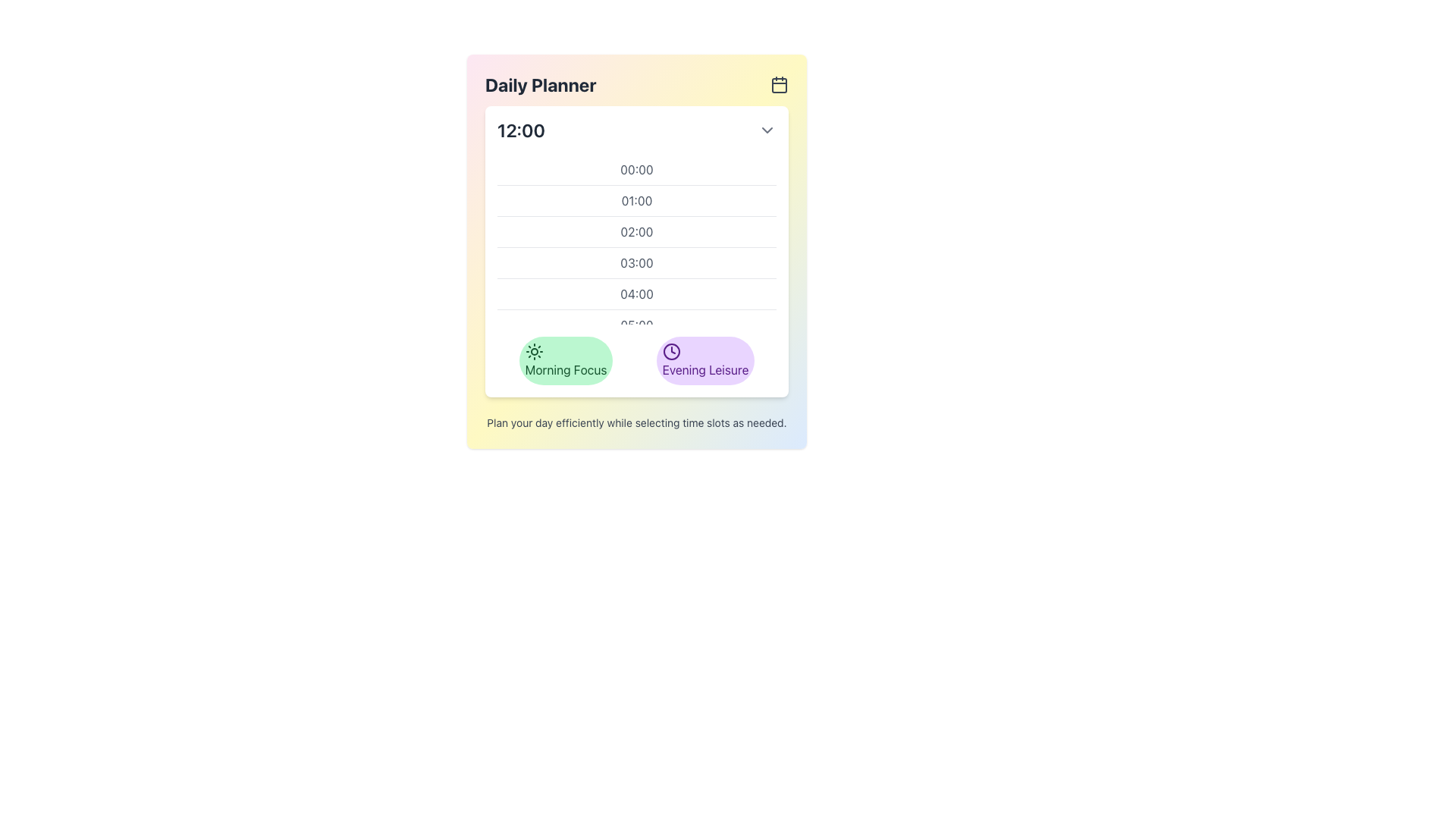 This screenshot has height=819, width=1456. I want to click on the Selector component for time slots in the Daily Planner interface, so click(637, 360).